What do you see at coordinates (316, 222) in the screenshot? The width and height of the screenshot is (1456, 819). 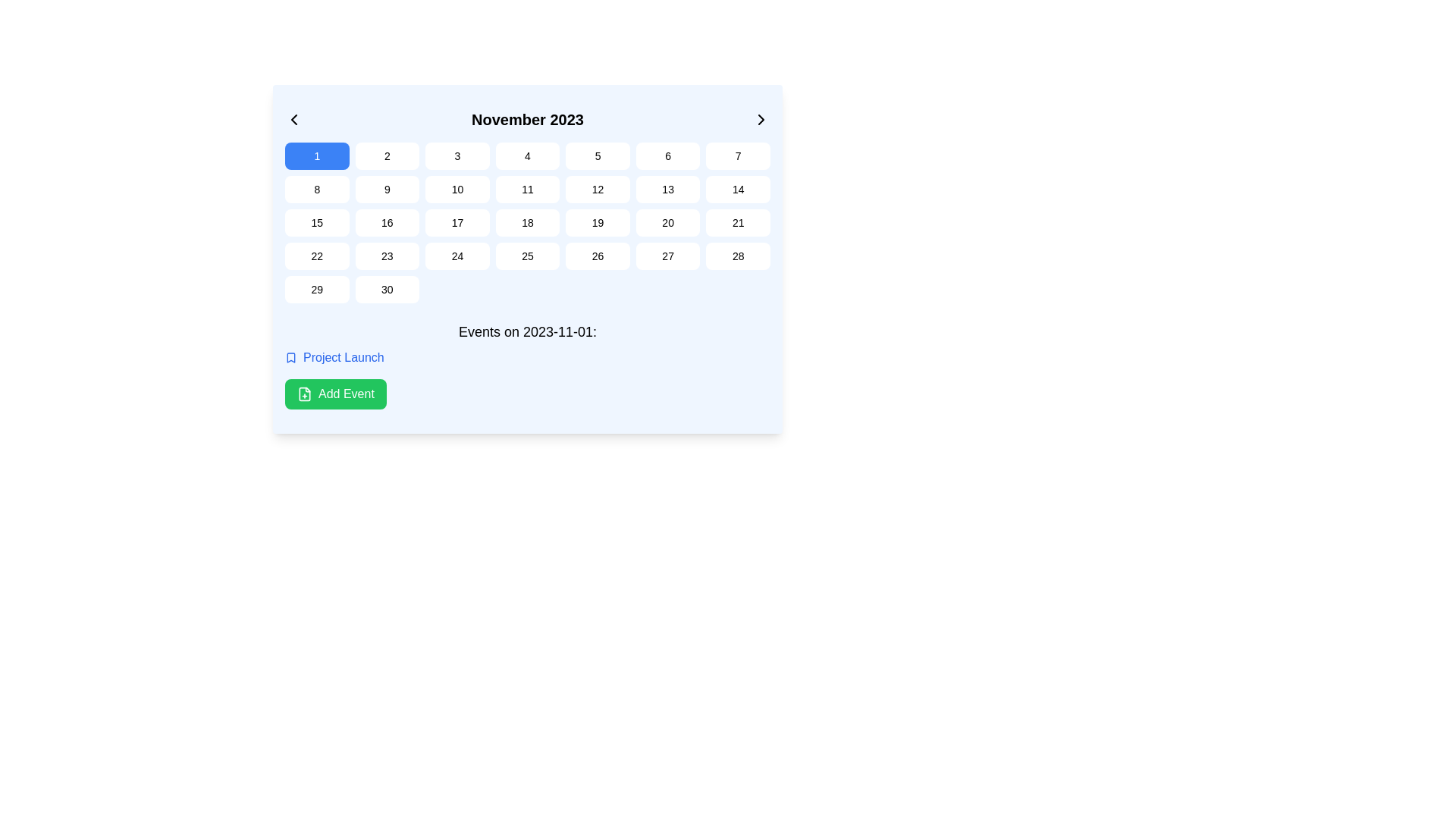 I see `the selectable date button representing the 15th day of the month in the calendar widget` at bounding box center [316, 222].